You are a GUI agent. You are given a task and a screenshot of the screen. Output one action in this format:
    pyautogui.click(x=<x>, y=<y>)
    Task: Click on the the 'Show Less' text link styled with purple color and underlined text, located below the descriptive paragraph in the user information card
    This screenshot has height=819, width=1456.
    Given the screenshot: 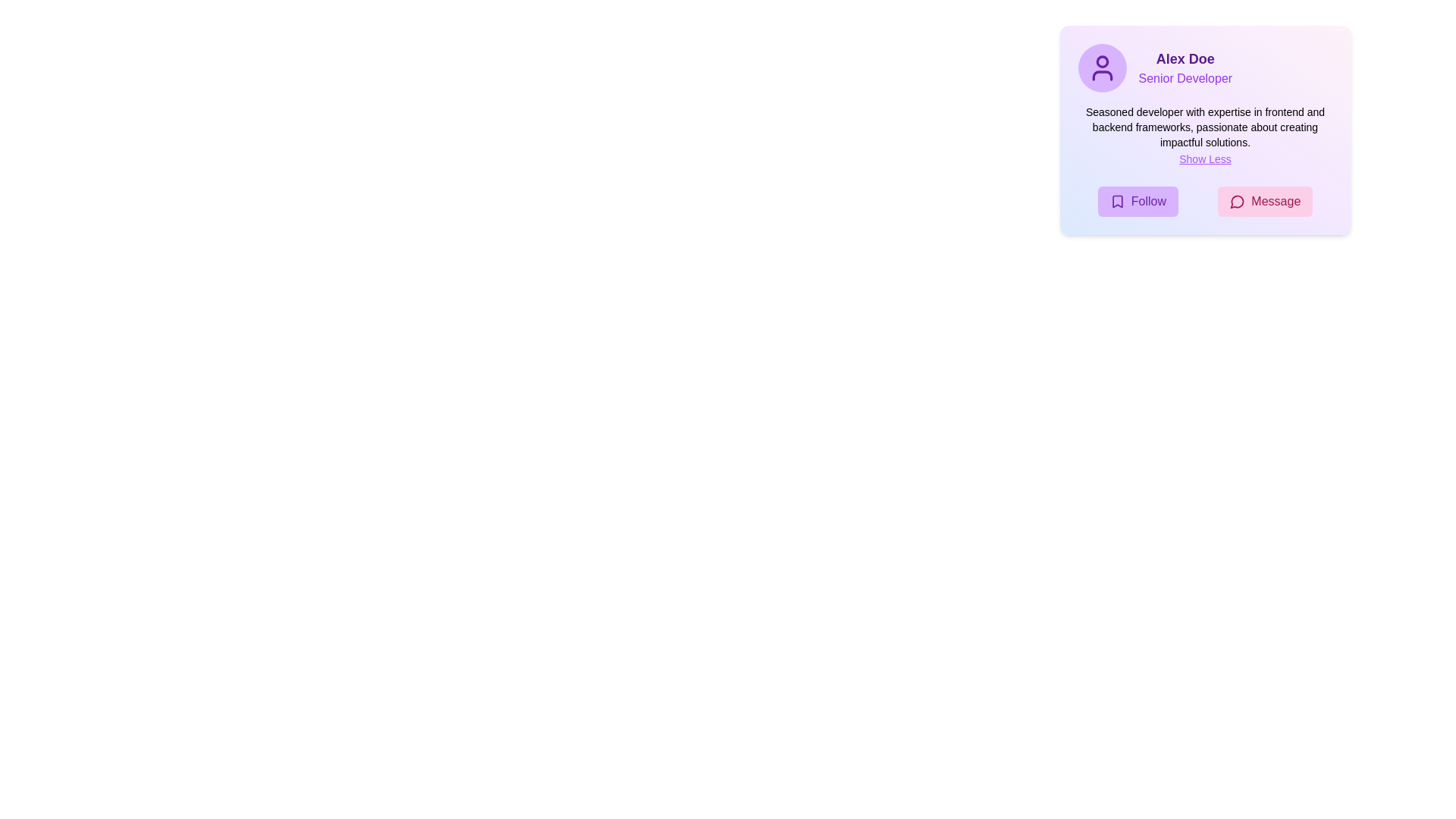 What is the action you would take?
    pyautogui.click(x=1204, y=158)
    